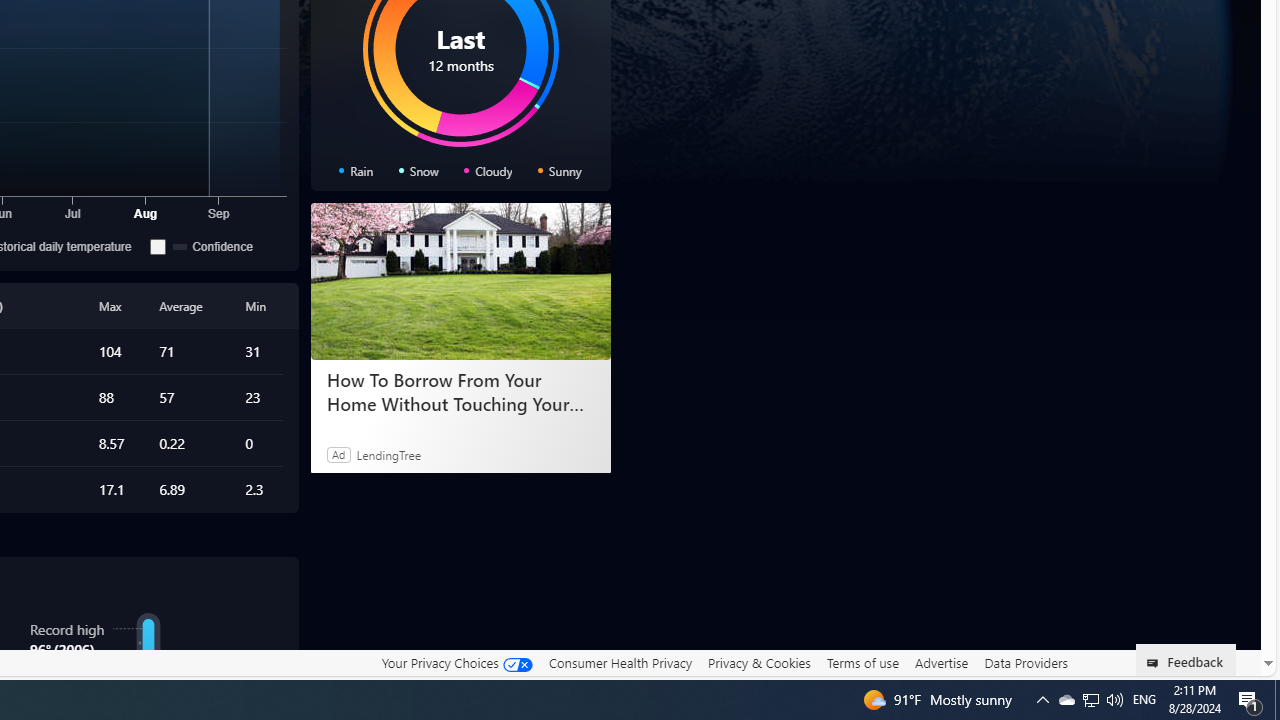 The height and width of the screenshot is (720, 1280). Describe the element at coordinates (157, 245) in the screenshot. I see `'Confidence'` at that location.